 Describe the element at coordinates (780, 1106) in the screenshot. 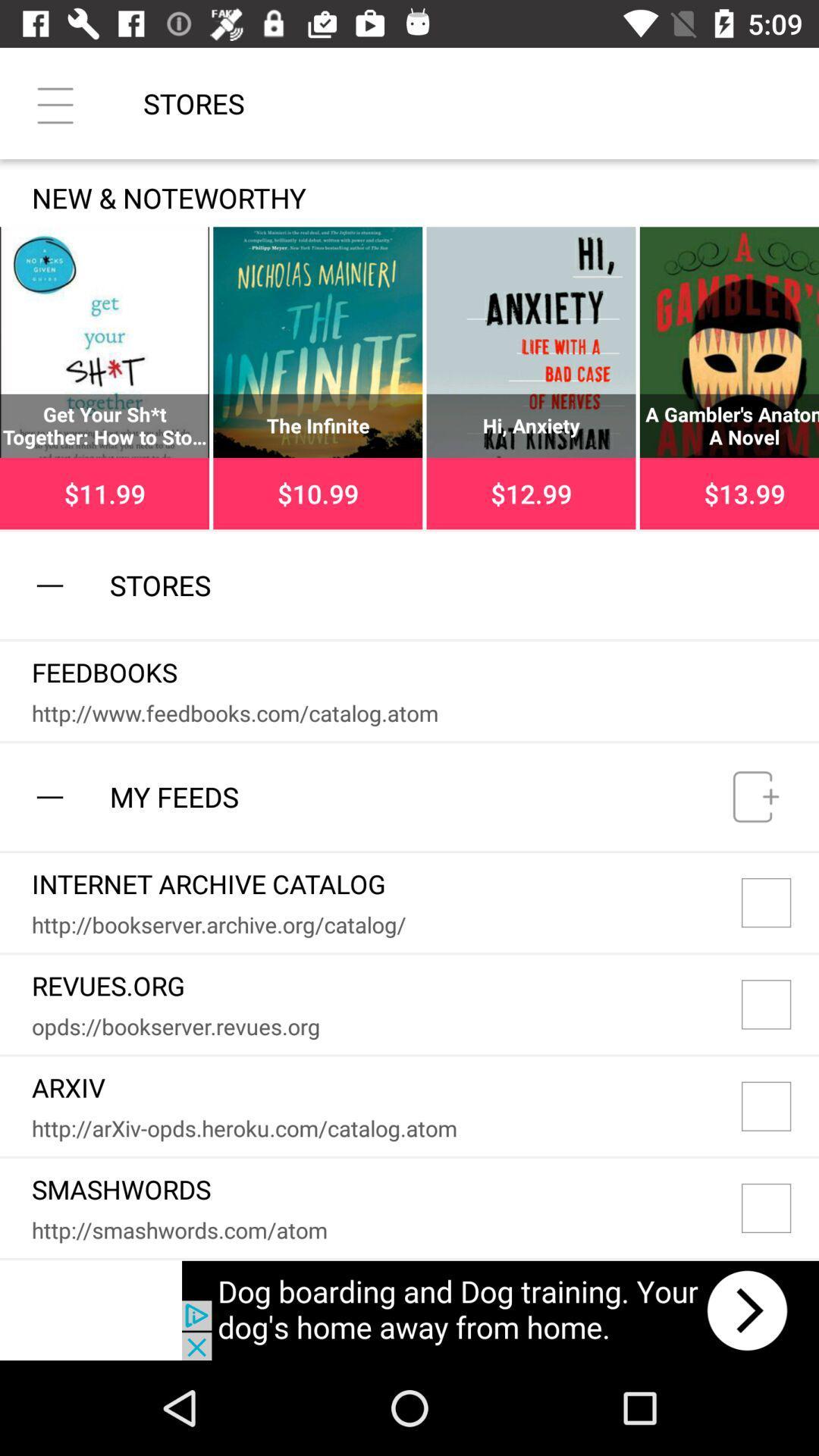

I see `check the box` at that location.